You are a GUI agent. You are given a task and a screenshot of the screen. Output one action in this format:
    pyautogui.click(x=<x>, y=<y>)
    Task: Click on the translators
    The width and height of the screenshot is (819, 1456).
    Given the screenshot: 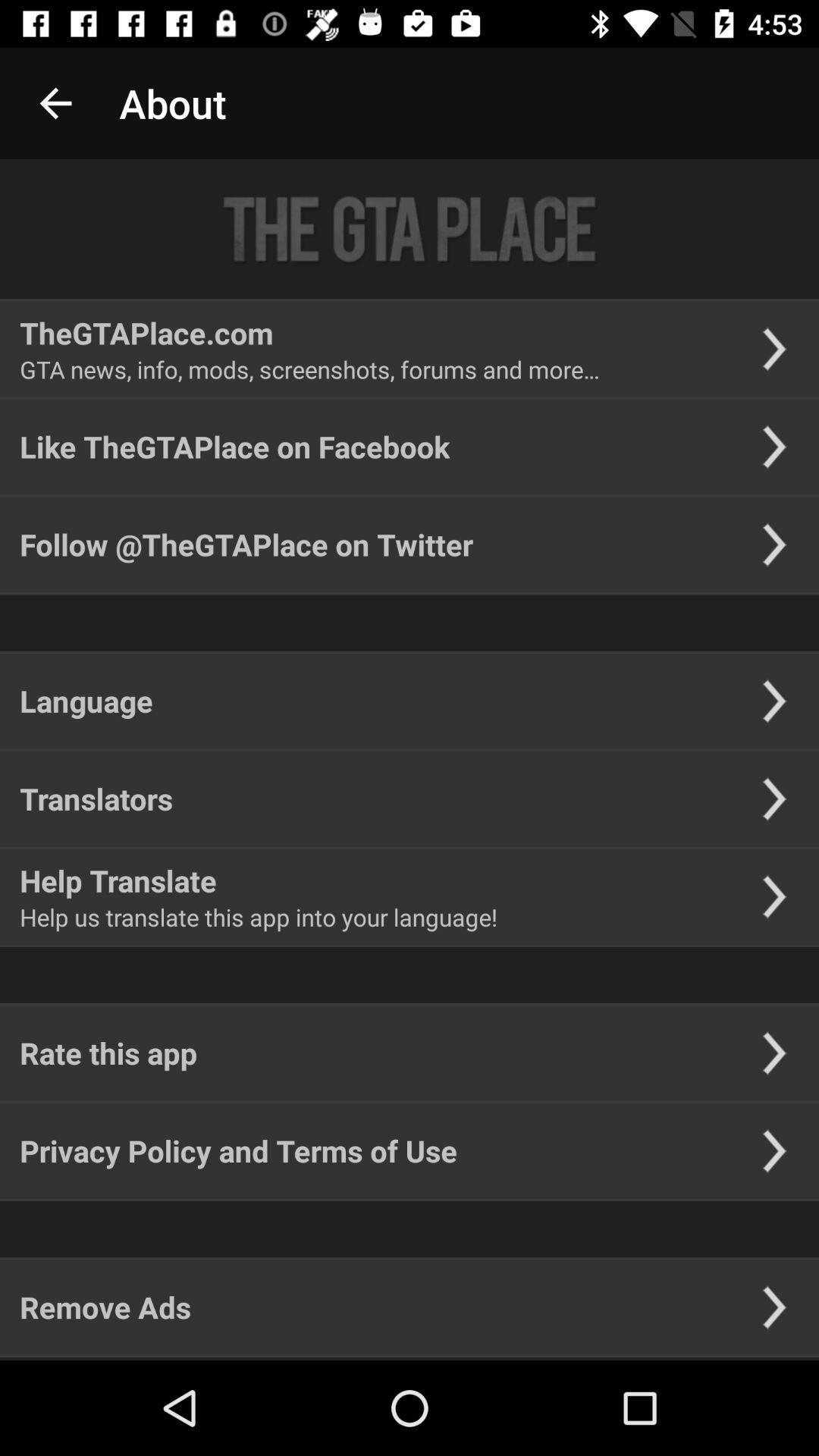 What is the action you would take?
    pyautogui.click(x=96, y=798)
    